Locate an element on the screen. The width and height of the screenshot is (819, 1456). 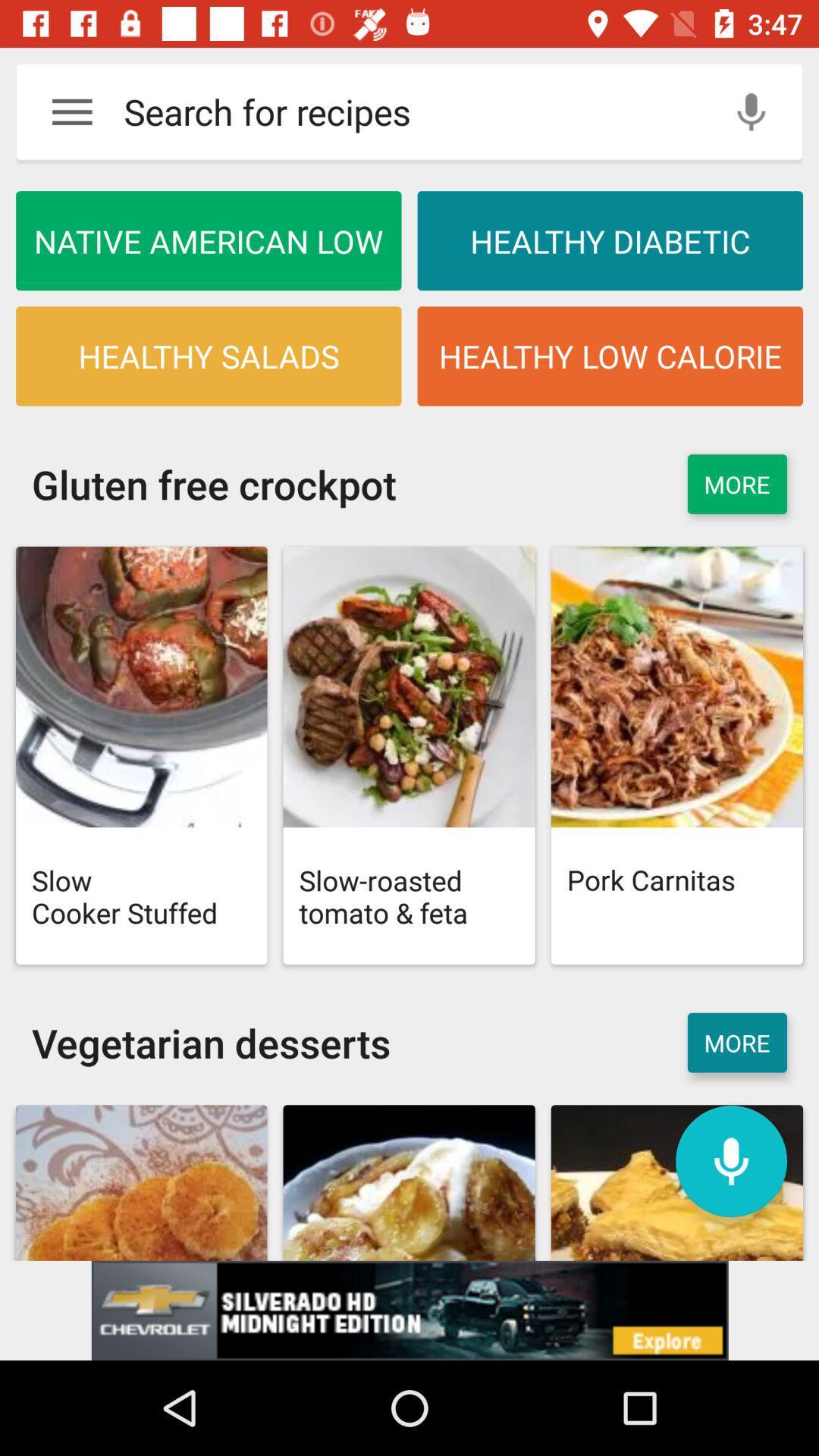
the microphone icon is located at coordinates (751, 111).